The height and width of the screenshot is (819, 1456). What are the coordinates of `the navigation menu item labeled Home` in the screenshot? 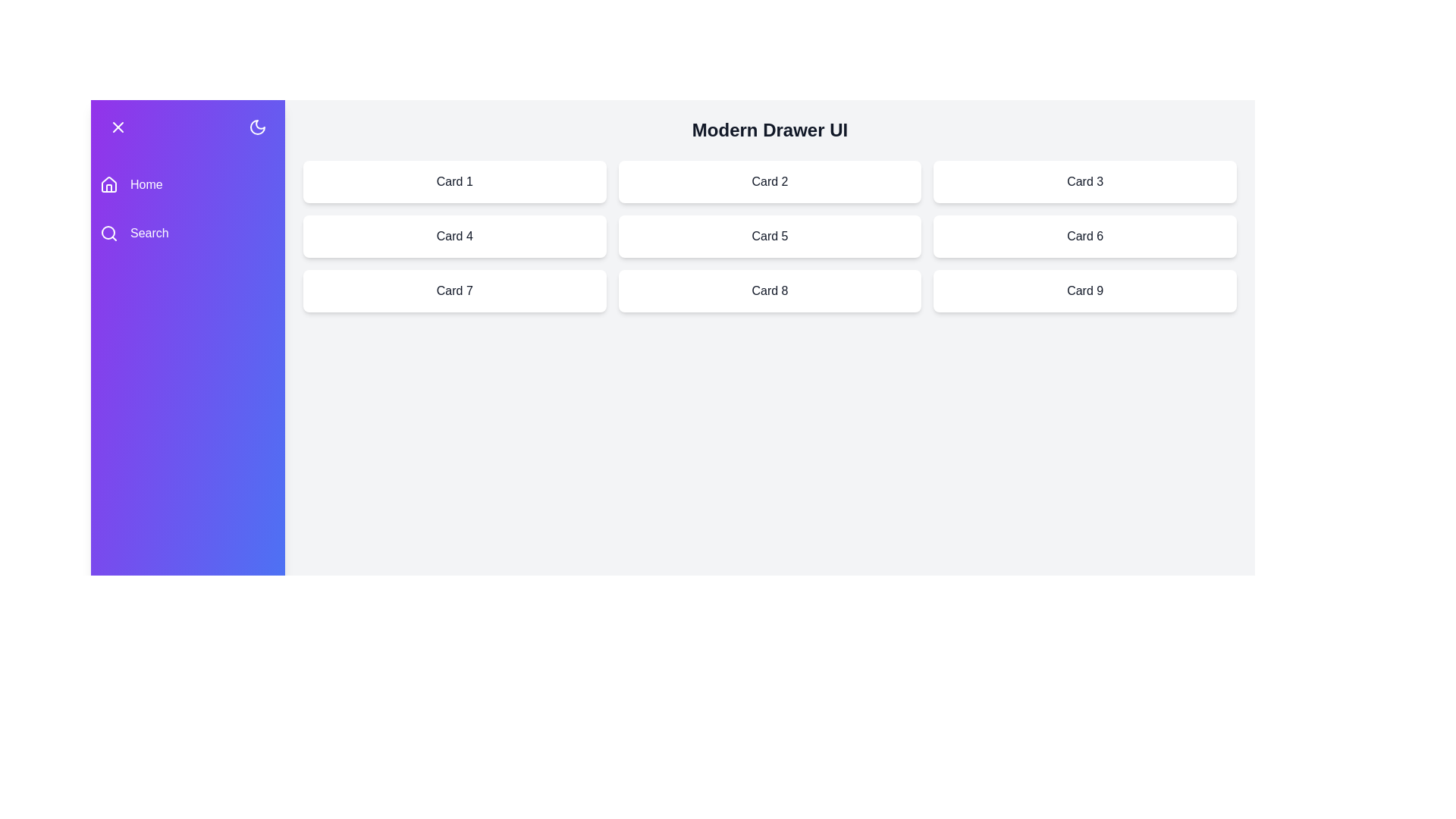 It's located at (187, 184).